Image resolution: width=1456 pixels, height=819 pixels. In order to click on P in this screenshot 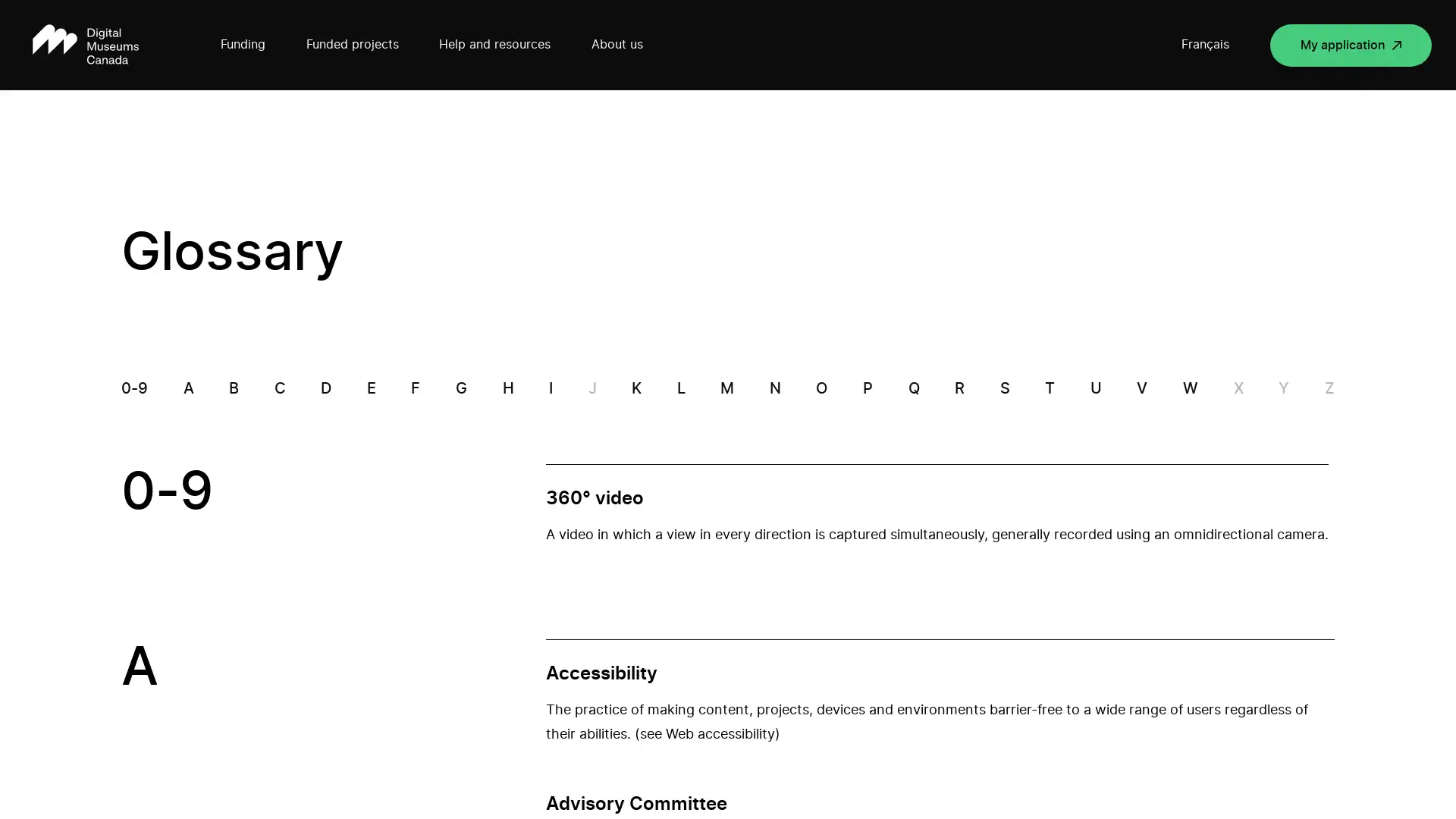, I will do `click(868, 388)`.